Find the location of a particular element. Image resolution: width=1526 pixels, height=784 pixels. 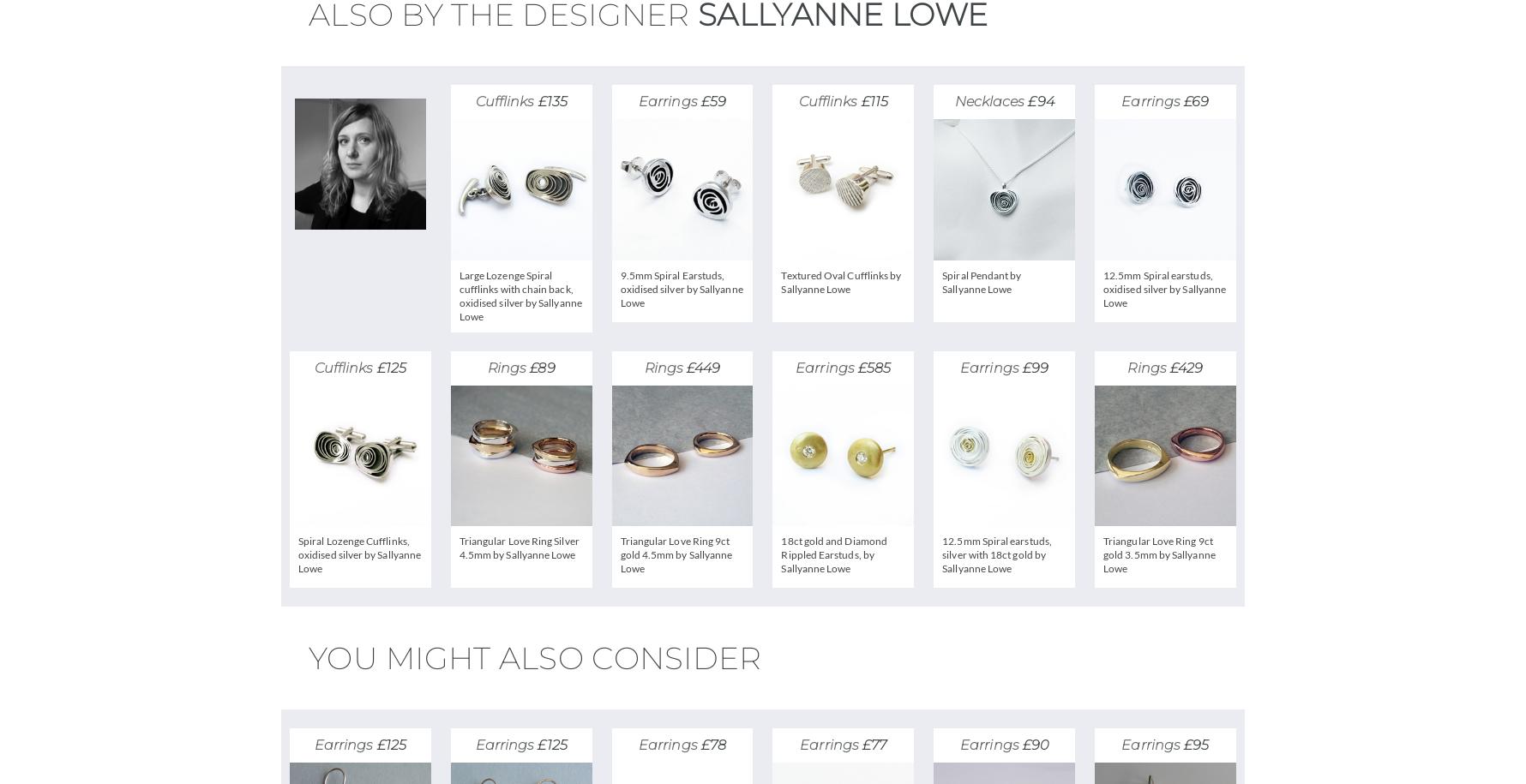

'£59' is located at coordinates (712, 100).